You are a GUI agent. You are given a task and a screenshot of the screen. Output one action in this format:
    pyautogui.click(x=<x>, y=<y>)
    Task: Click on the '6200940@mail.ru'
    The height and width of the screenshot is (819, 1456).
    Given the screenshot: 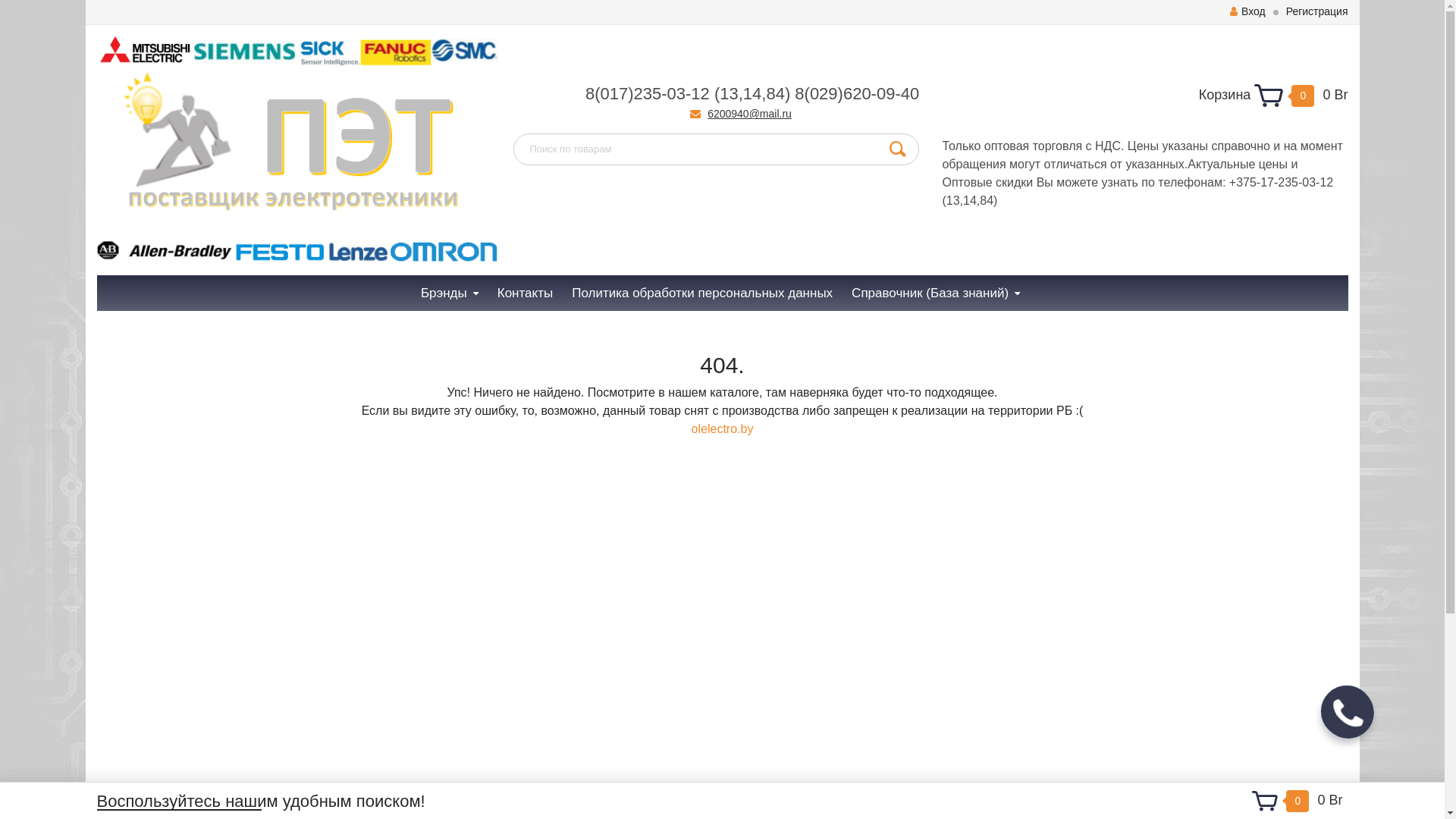 What is the action you would take?
    pyautogui.click(x=749, y=113)
    